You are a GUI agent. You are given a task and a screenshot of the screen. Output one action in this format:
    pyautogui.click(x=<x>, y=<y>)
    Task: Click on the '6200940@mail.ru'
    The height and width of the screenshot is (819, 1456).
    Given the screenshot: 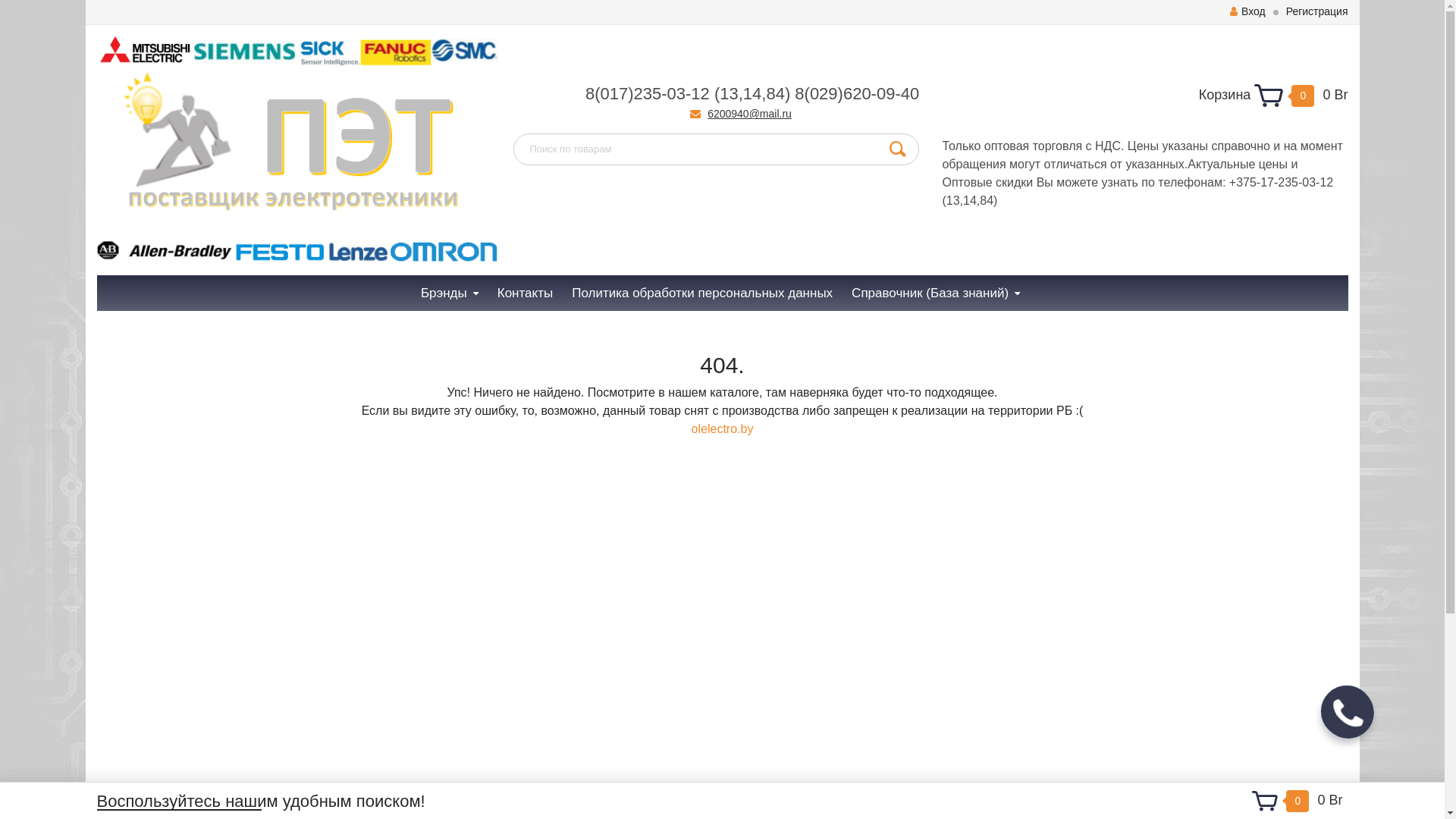 What is the action you would take?
    pyautogui.click(x=749, y=113)
    